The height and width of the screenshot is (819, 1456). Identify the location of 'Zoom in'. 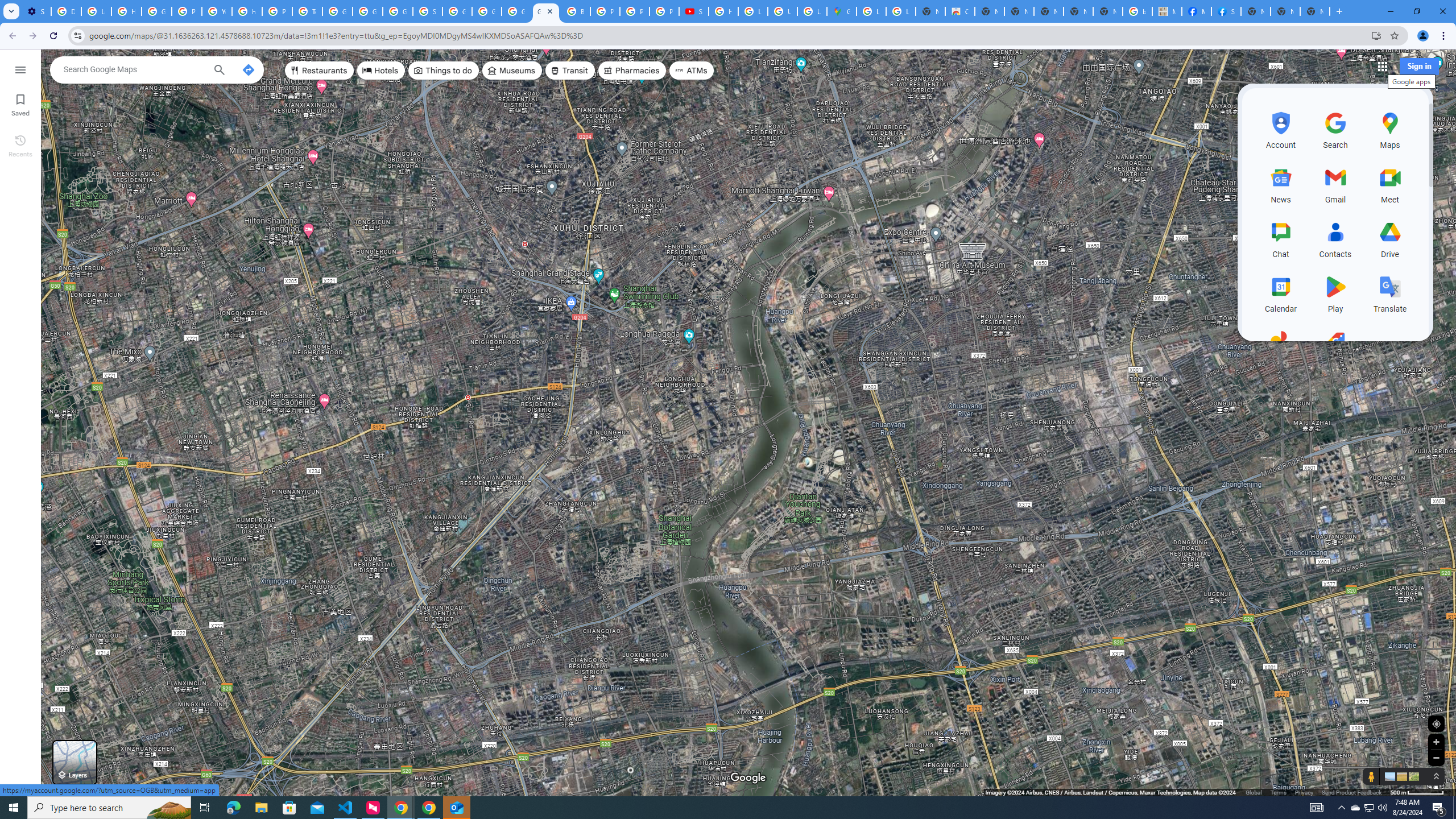
(1436, 741).